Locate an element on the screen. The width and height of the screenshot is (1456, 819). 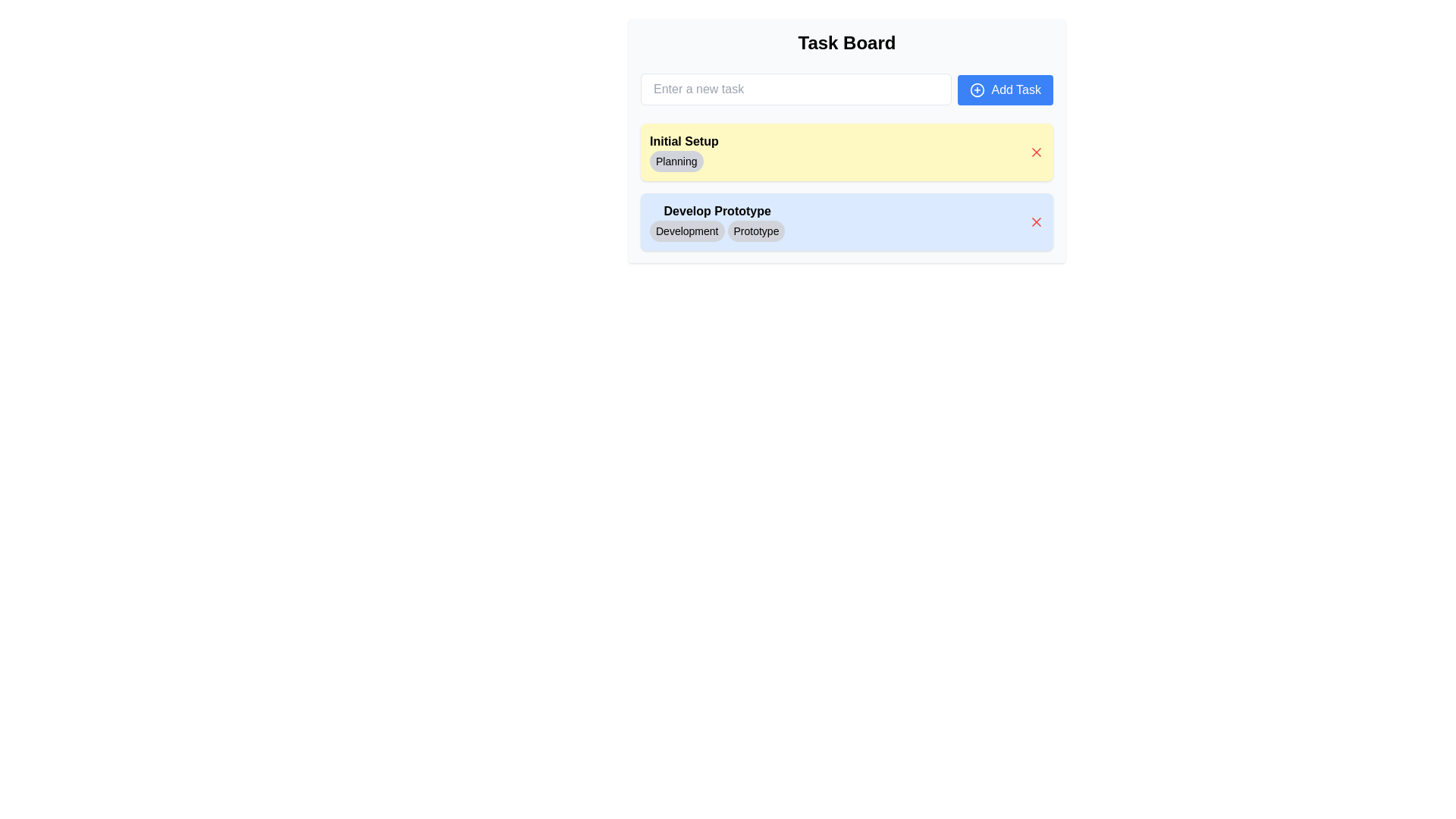
the red cross (X) button located in the top-right corner of the 'Develop Prototype' section is located at coordinates (1036, 222).